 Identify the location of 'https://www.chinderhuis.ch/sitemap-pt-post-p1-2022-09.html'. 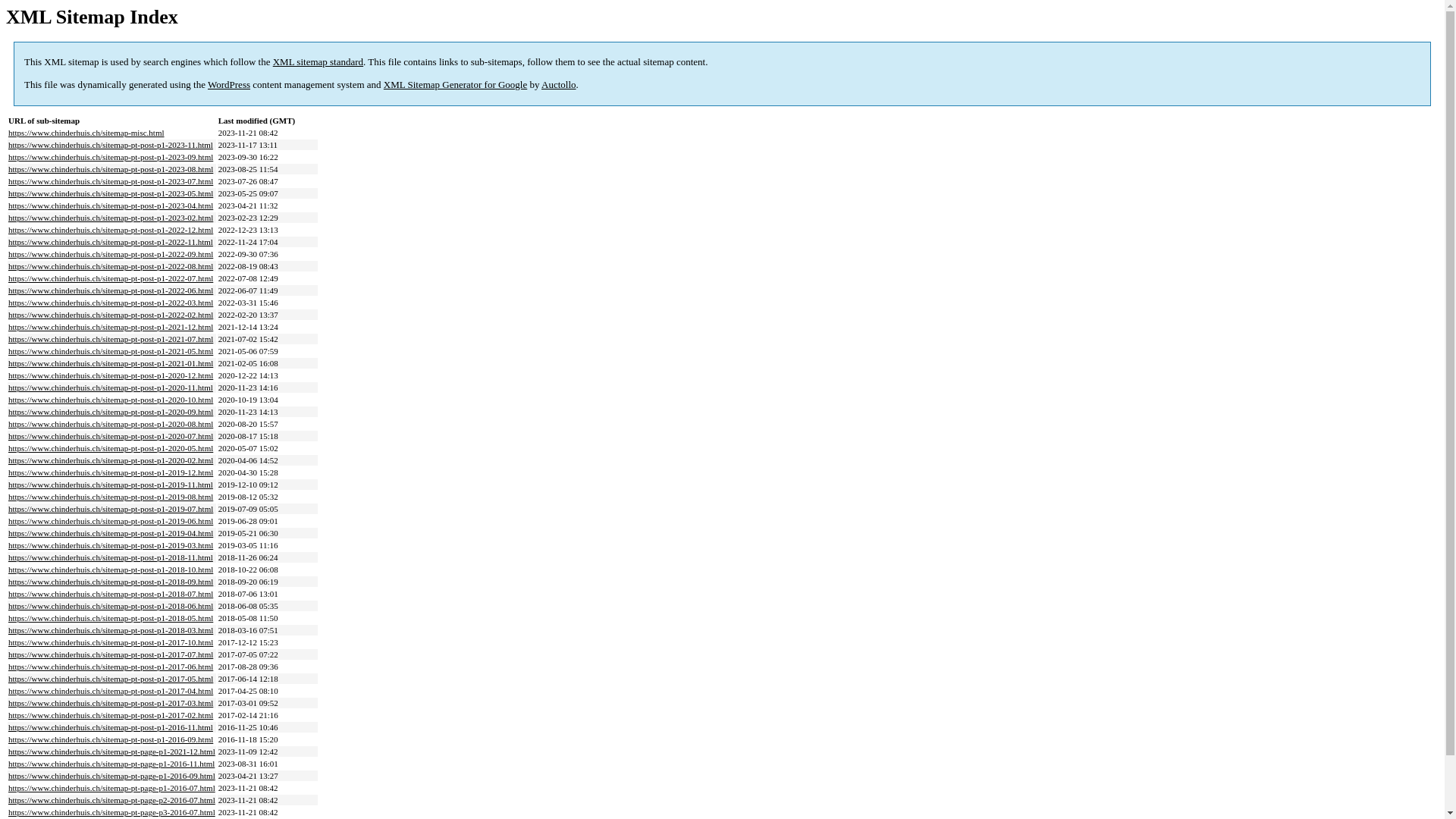
(109, 253).